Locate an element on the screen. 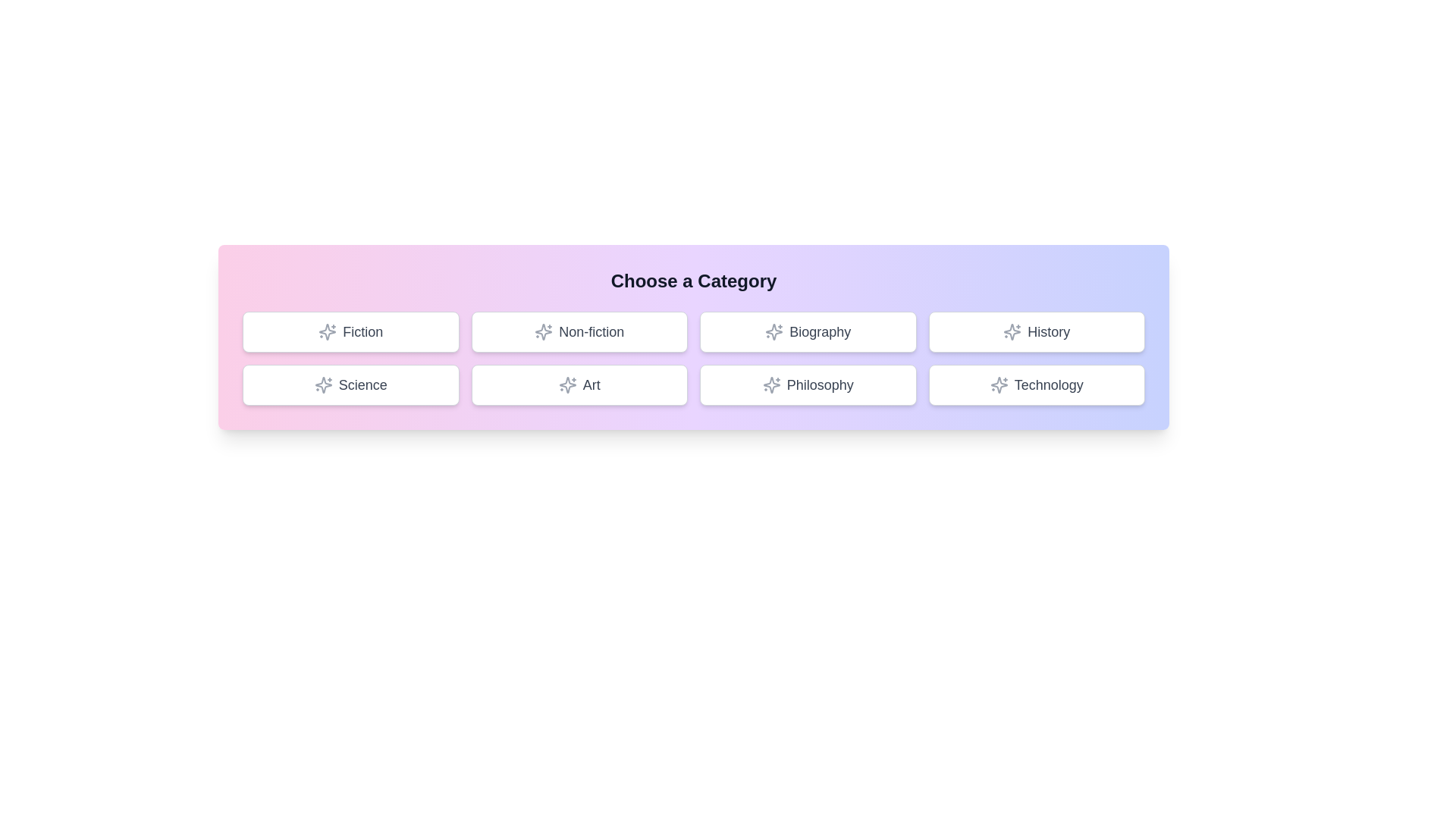  the button labeled Science to select it is located at coordinates (350, 384).